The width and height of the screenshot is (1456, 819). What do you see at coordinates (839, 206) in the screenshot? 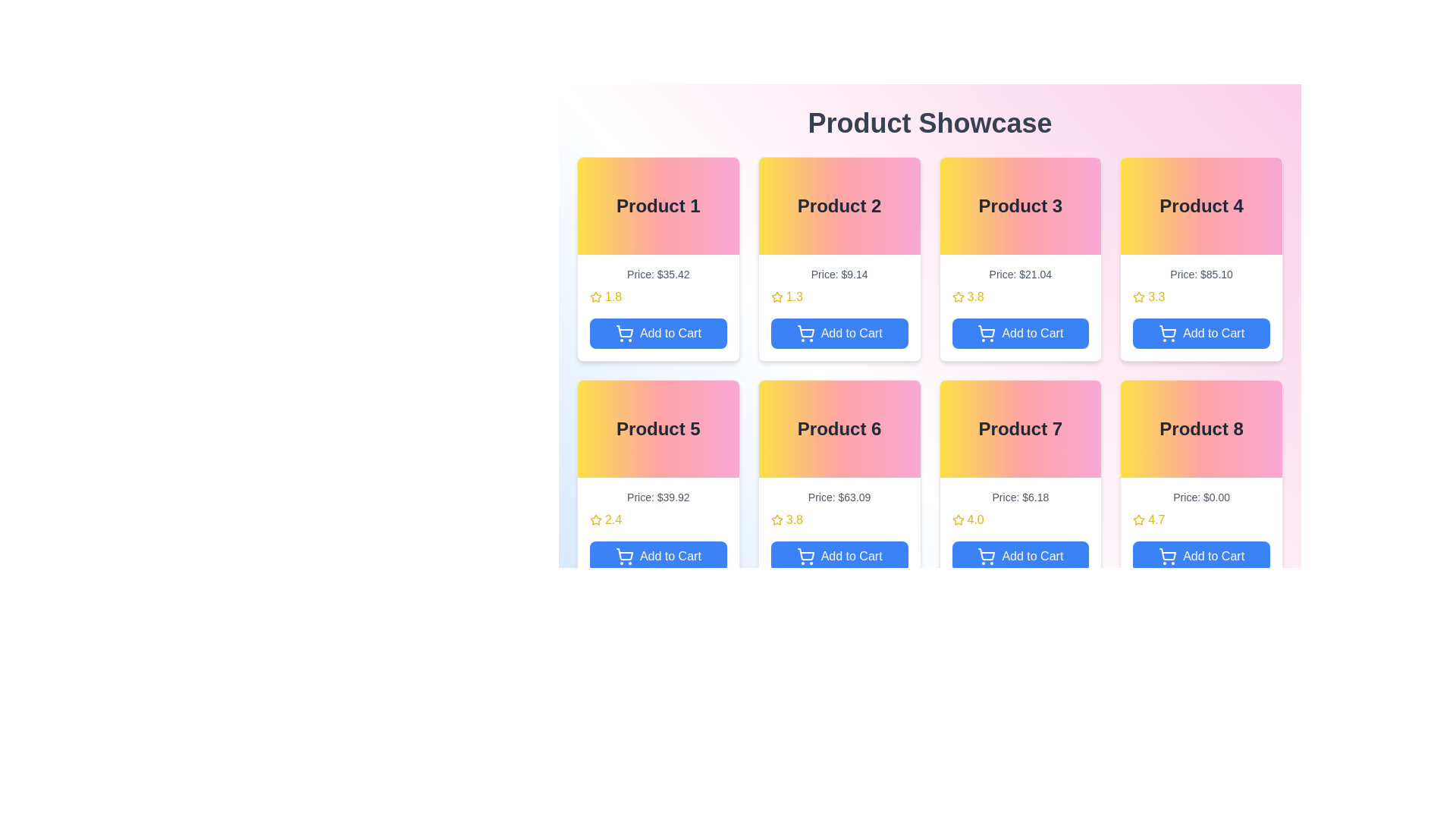
I see `the text display element with a gradient background that reads 'Product 2', located at the top middle of the interface in the second column of the first row` at bounding box center [839, 206].